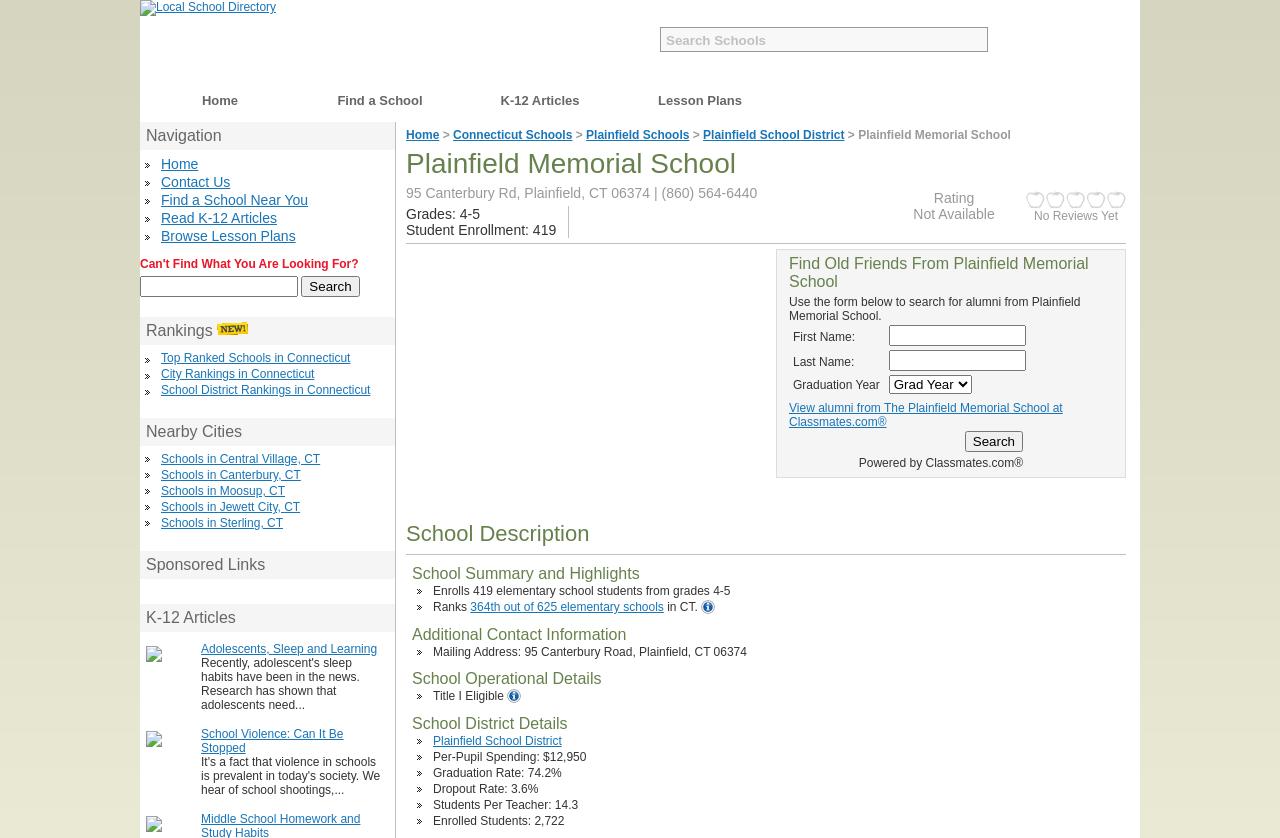 This screenshot has height=838, width=1280. I want to click on 'Schools in Canterbury, CT', so click(161, 474).